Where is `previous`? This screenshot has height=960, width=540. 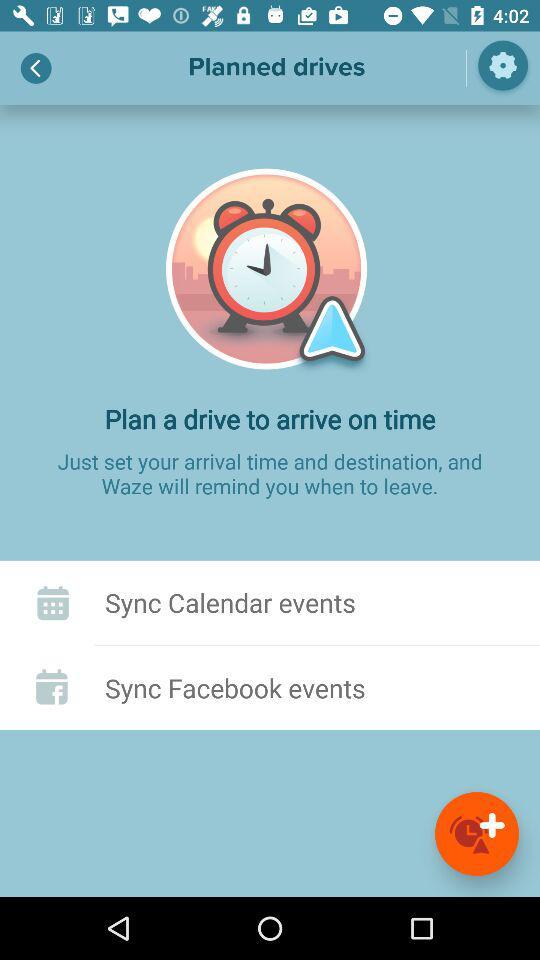
previous is located at coordinates (36, 68).